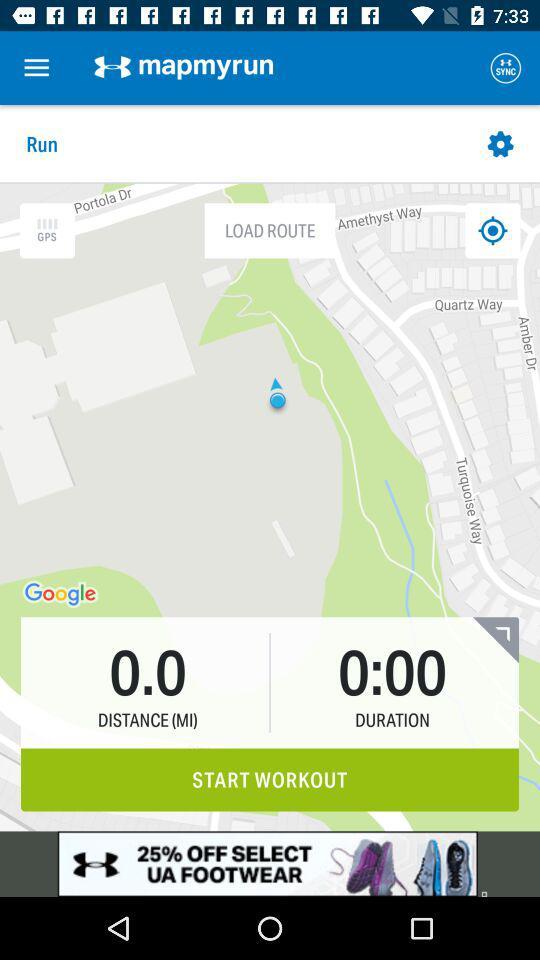 Image resolution: width=540 pixels, height=960 pixels. Describe the element at coordinates (491, 230) in the screenshot. I see `shows mark icon` at that location.